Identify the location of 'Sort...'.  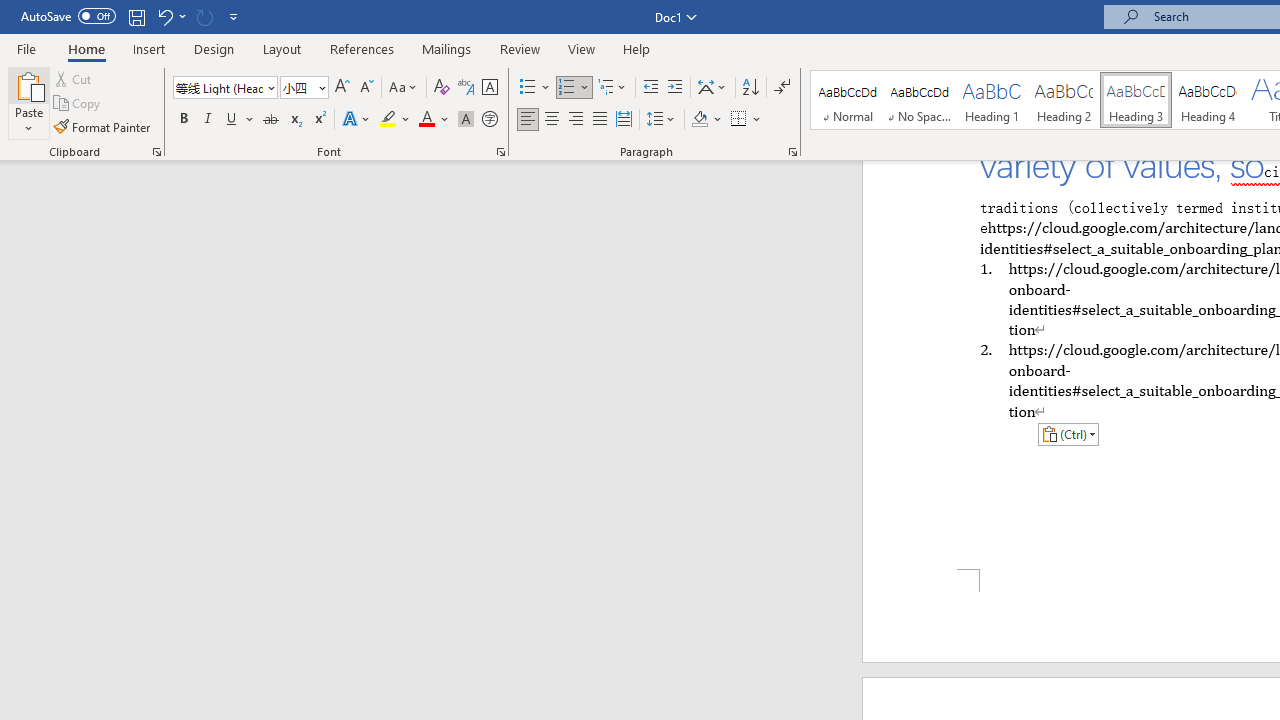
(749, 86).